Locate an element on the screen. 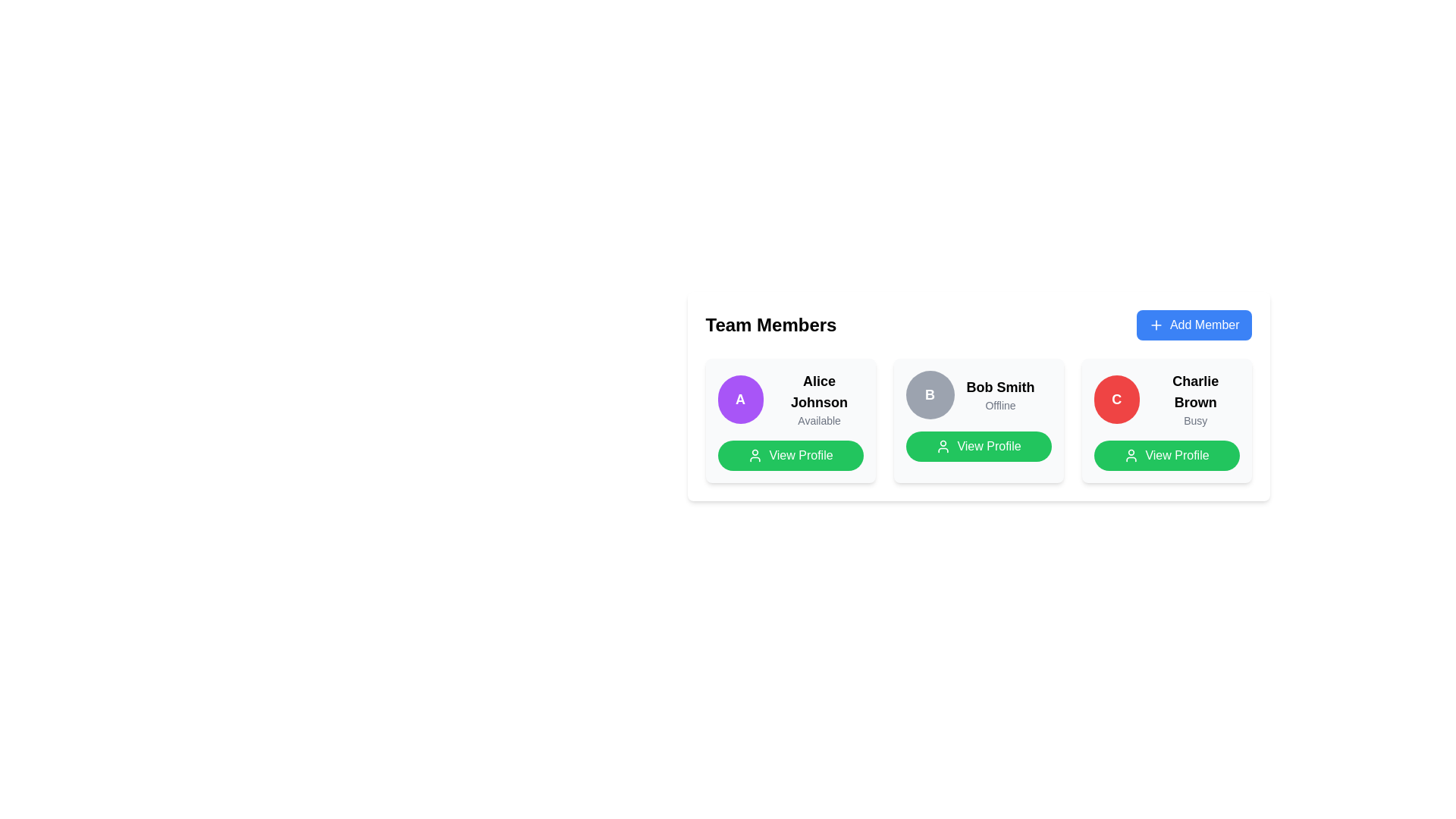 The width and height of the screenshot is (1456, 819). the text label component displaying 'Charlie Brown', which is styled in large bold font and positioned at the top of the third card in the 'Team Members' section is located at coordinates (1194, 391).